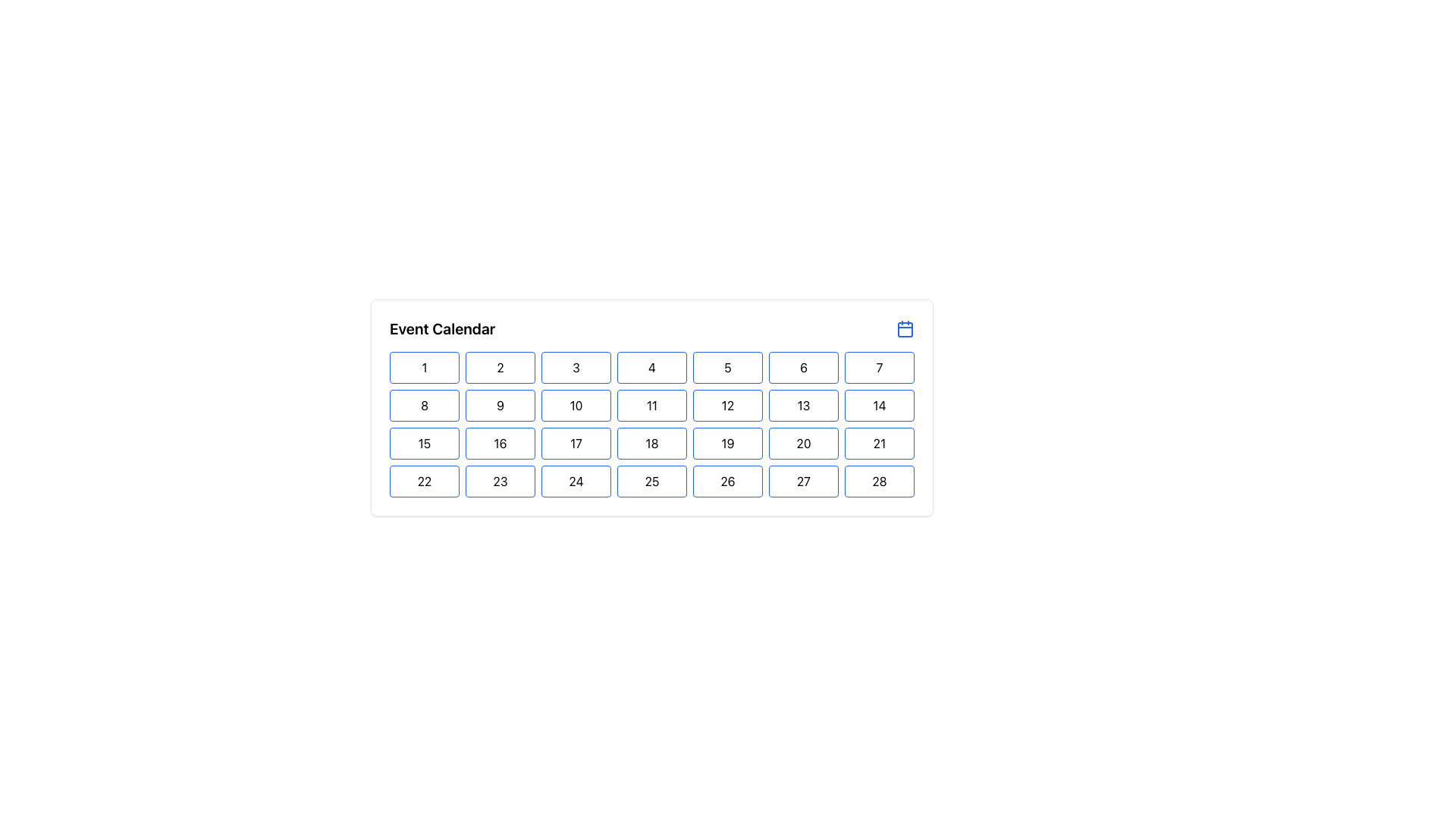 The width and height of the screenshot is (1456, 819). I want to click on the rectangular button with rounded corners labeled '24' in bold black text, so click(575, 482).